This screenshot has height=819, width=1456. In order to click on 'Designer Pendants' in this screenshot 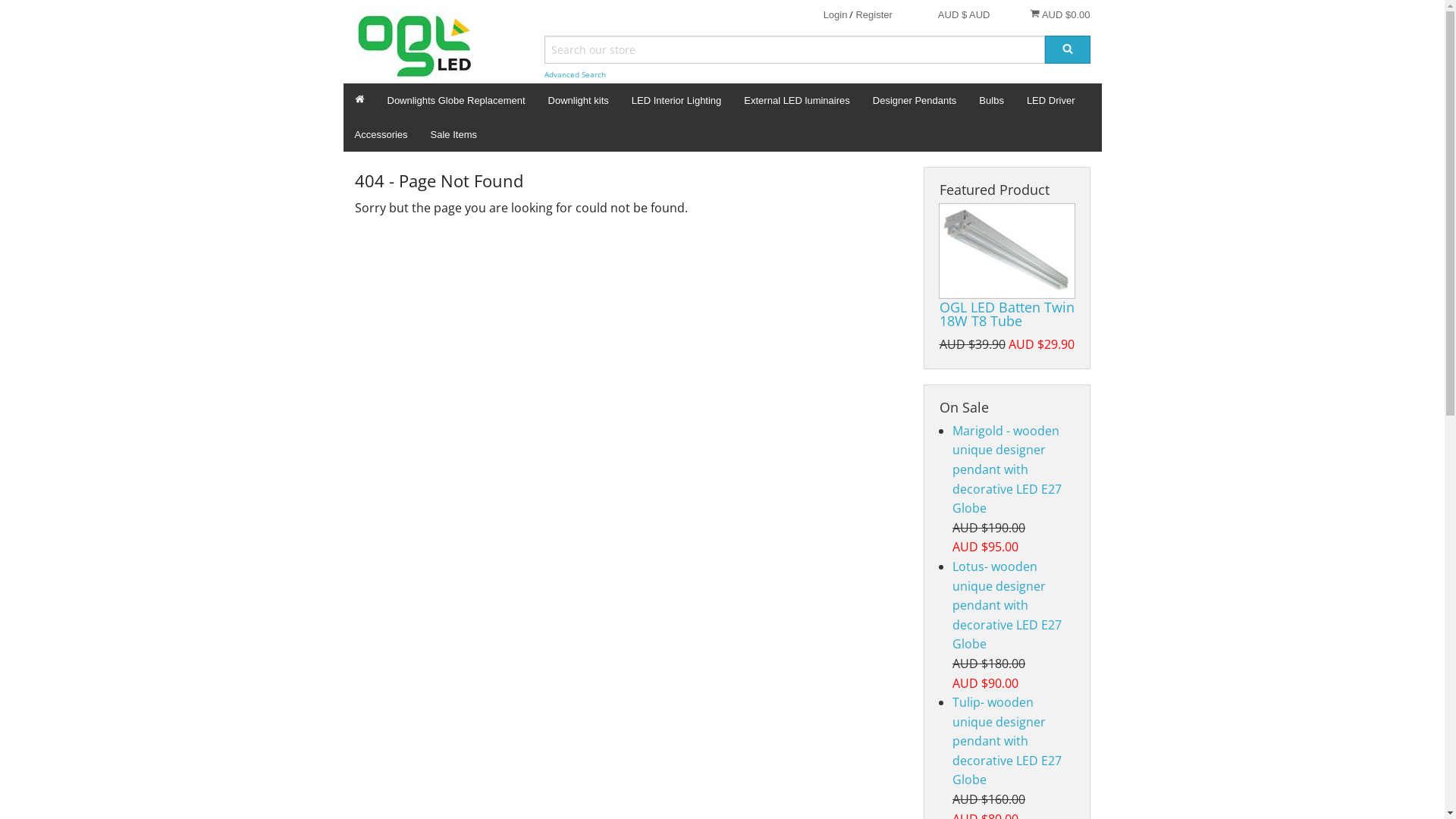, I will do `click(914, 100)`.